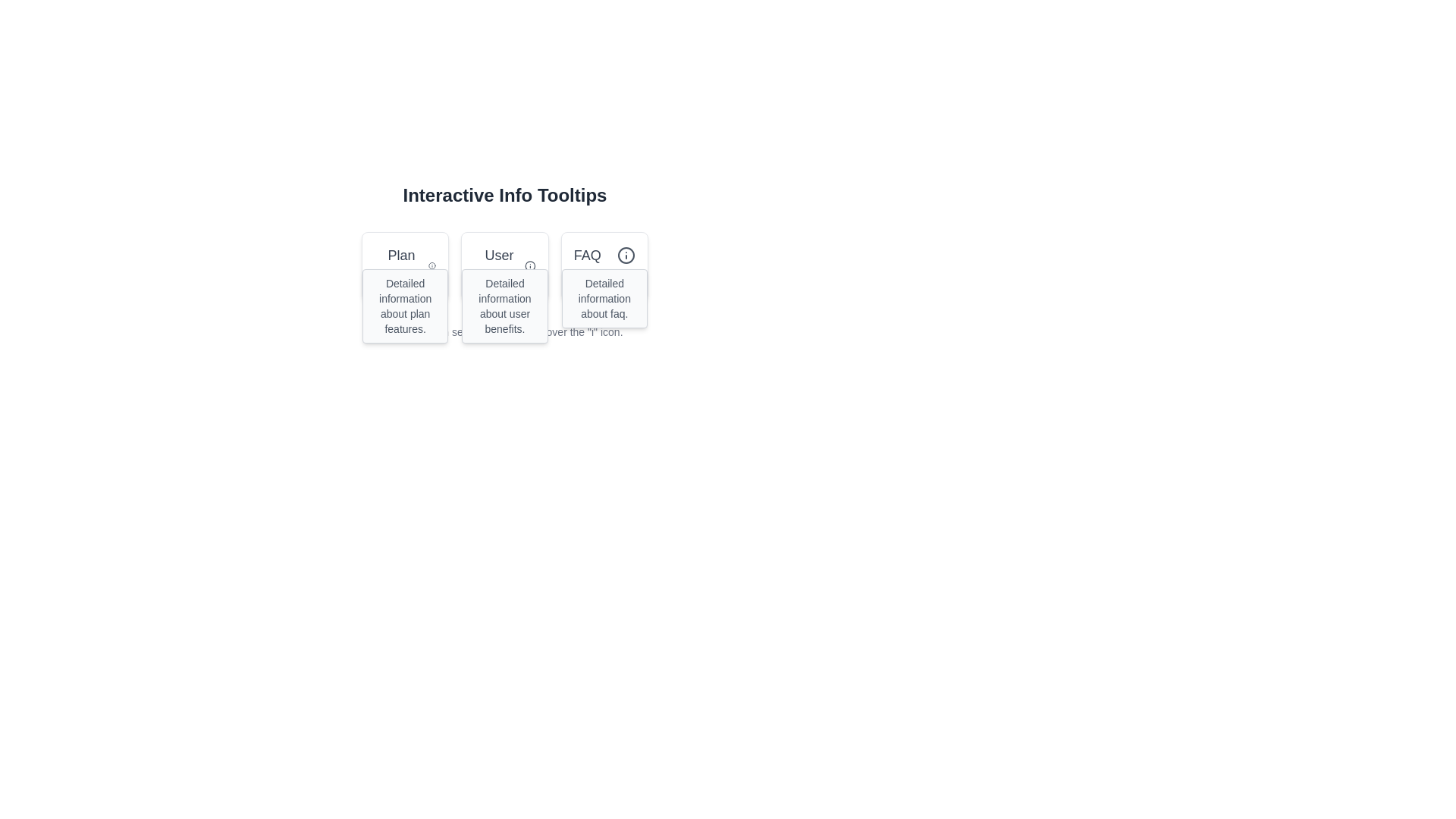  I want to click on the 'FAQ' text or the adjacent information icon to trigger the tooltip for more details, so click(604, 254).